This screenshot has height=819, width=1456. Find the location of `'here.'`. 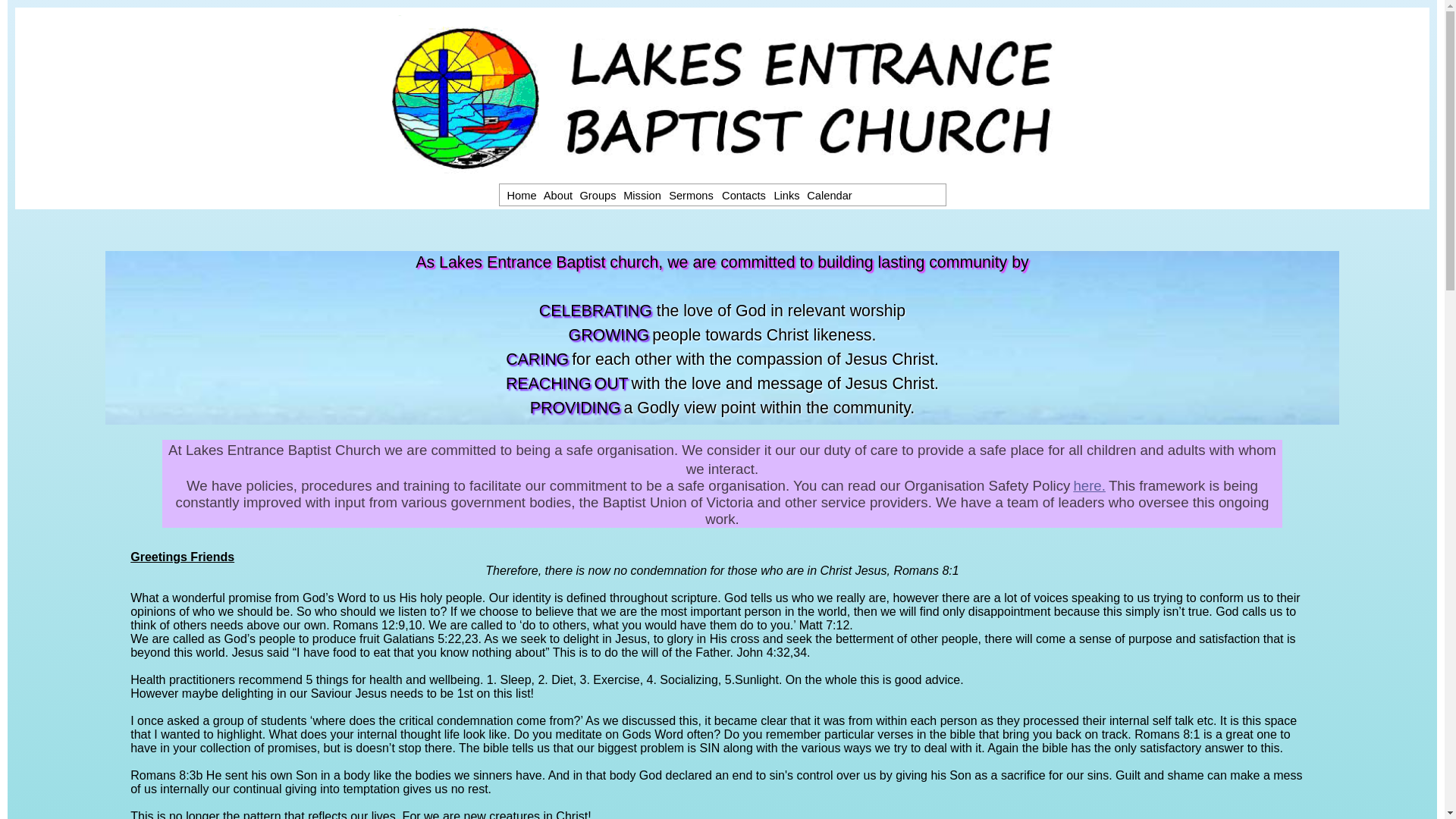

'here.' is located at coordinates (1088, 485).